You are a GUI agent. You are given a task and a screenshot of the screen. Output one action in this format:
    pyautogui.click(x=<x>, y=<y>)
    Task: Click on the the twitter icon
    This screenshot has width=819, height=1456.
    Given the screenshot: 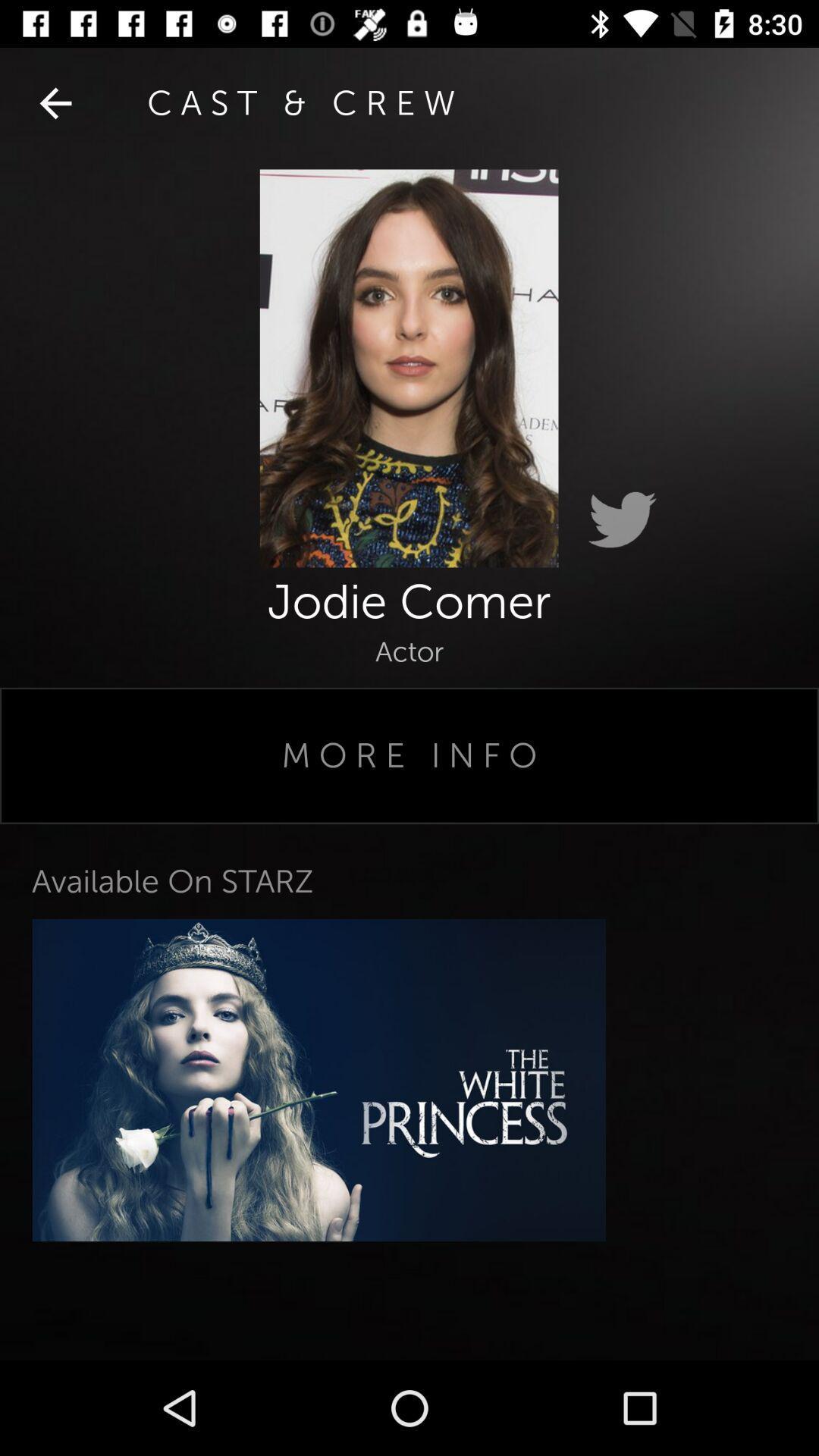 What is the action you would take?
    pyautogui.click(x=622, y=520)
    